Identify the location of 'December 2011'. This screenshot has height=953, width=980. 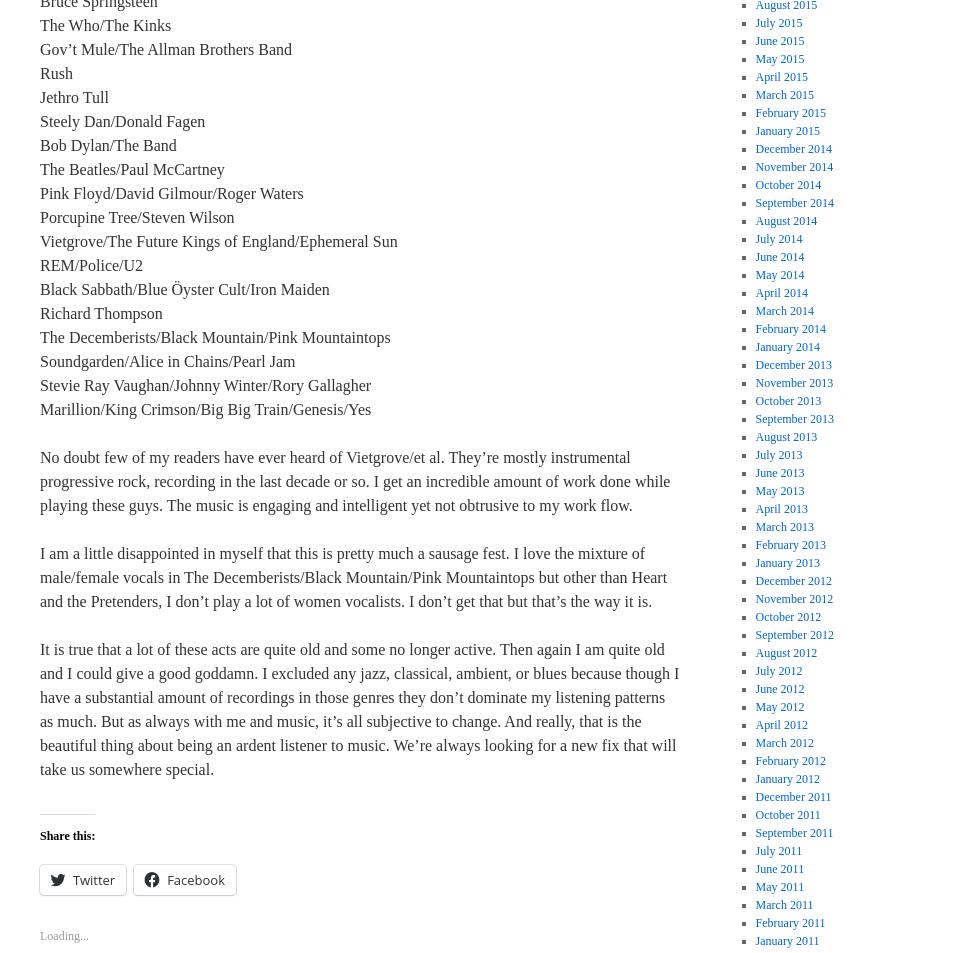
(793, 796).